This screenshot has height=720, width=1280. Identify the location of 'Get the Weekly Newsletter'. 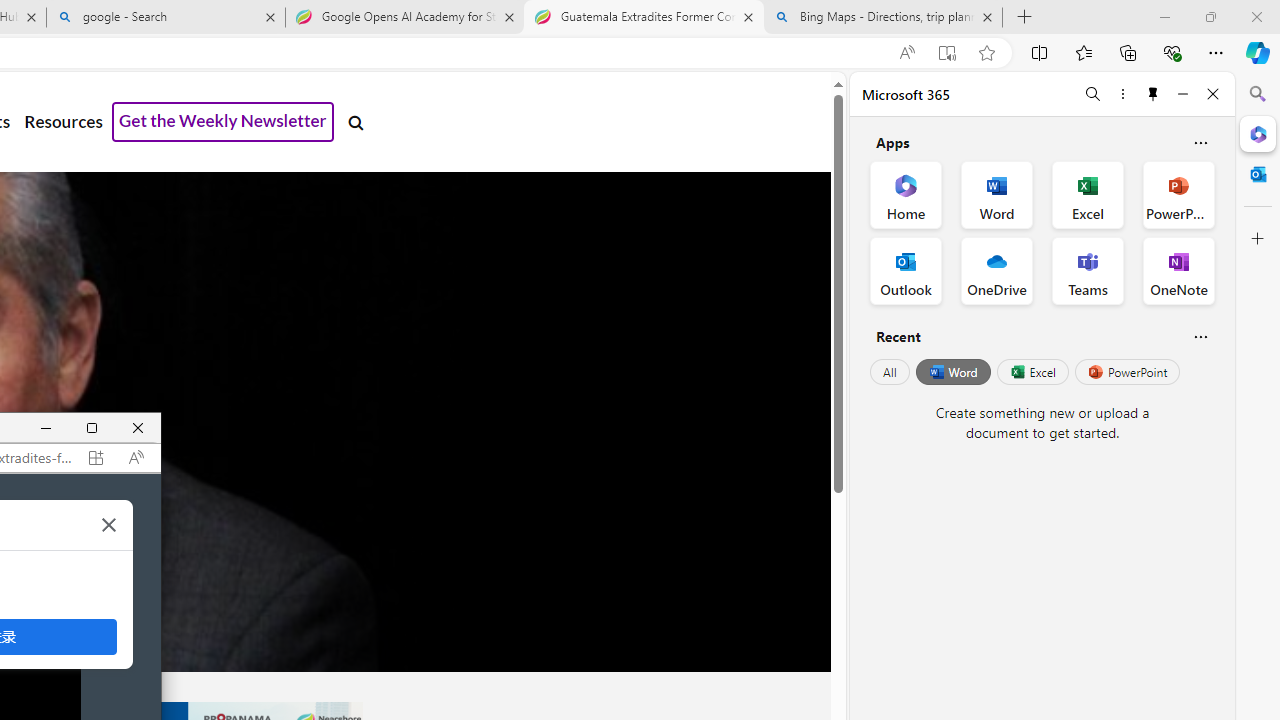
(223, 122).